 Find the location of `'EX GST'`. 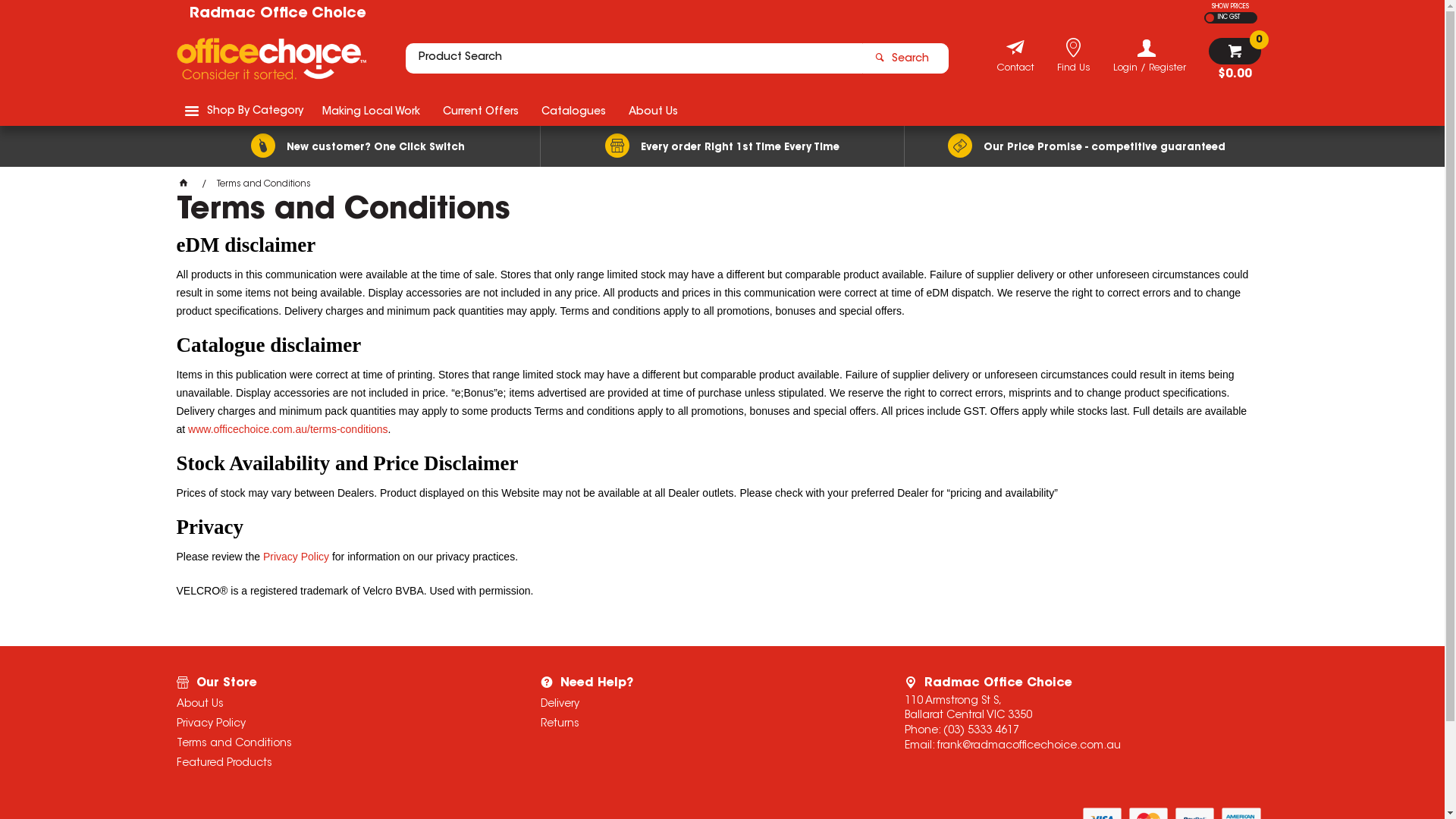

'EX GST' is located at coordinates (1209, 17).